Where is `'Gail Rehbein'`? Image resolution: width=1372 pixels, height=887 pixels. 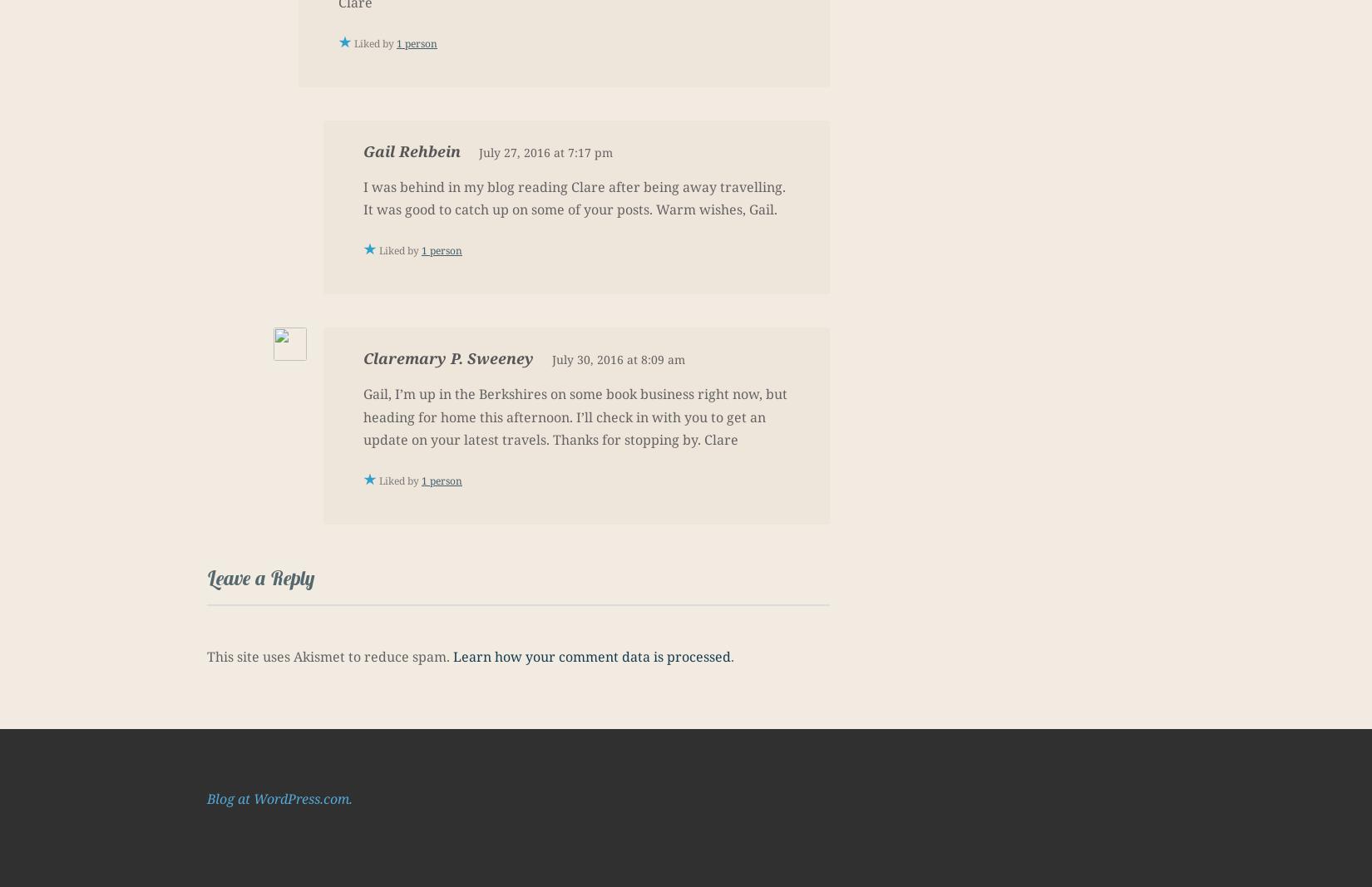 'Gail Rehbein' is located at coordinates (411, 150).